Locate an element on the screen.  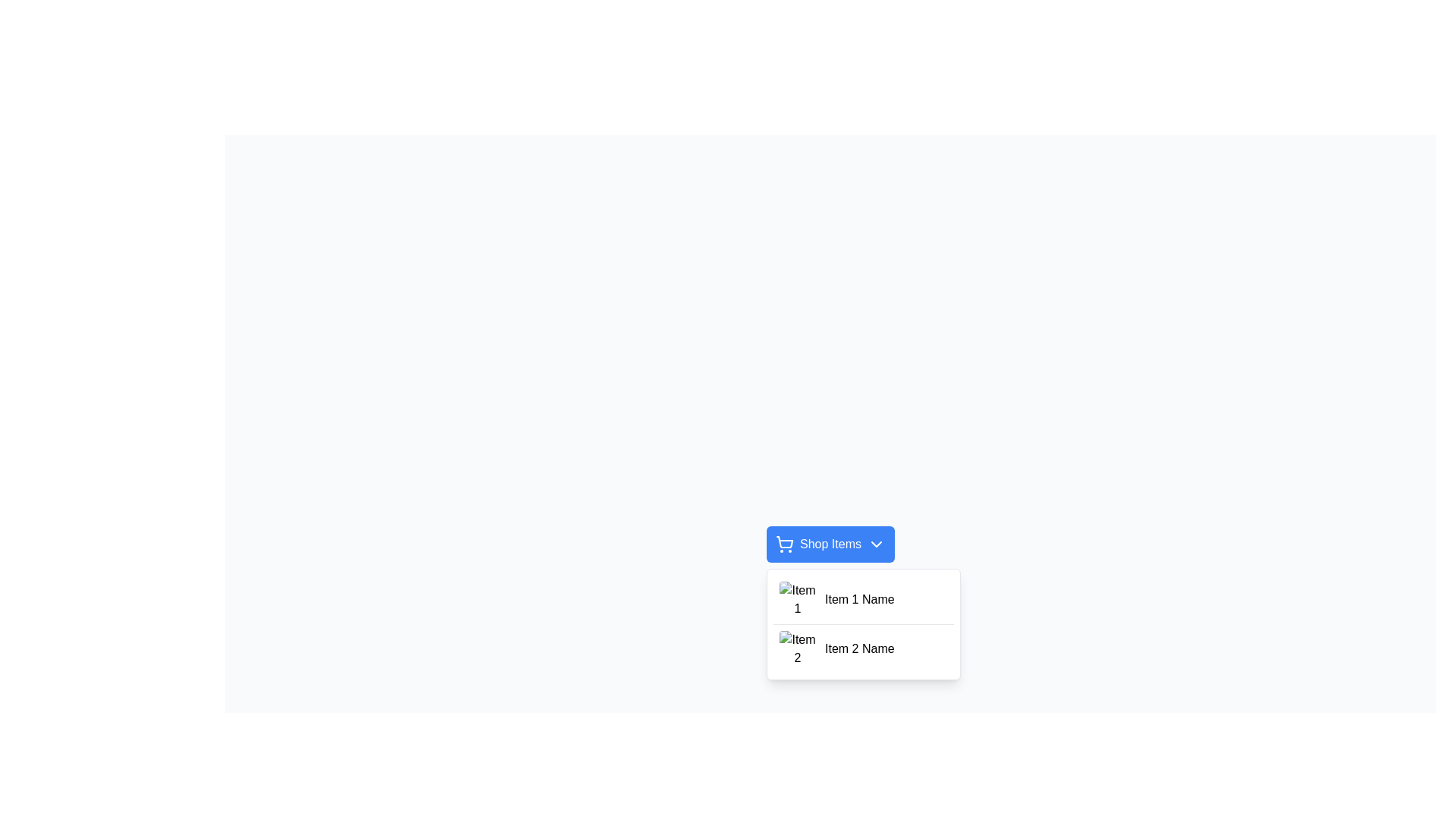
the blue 'Shop Items' dropdown toggle button with a shopping cart icon and down-pointing chevron is located at coordinates (830, 543).